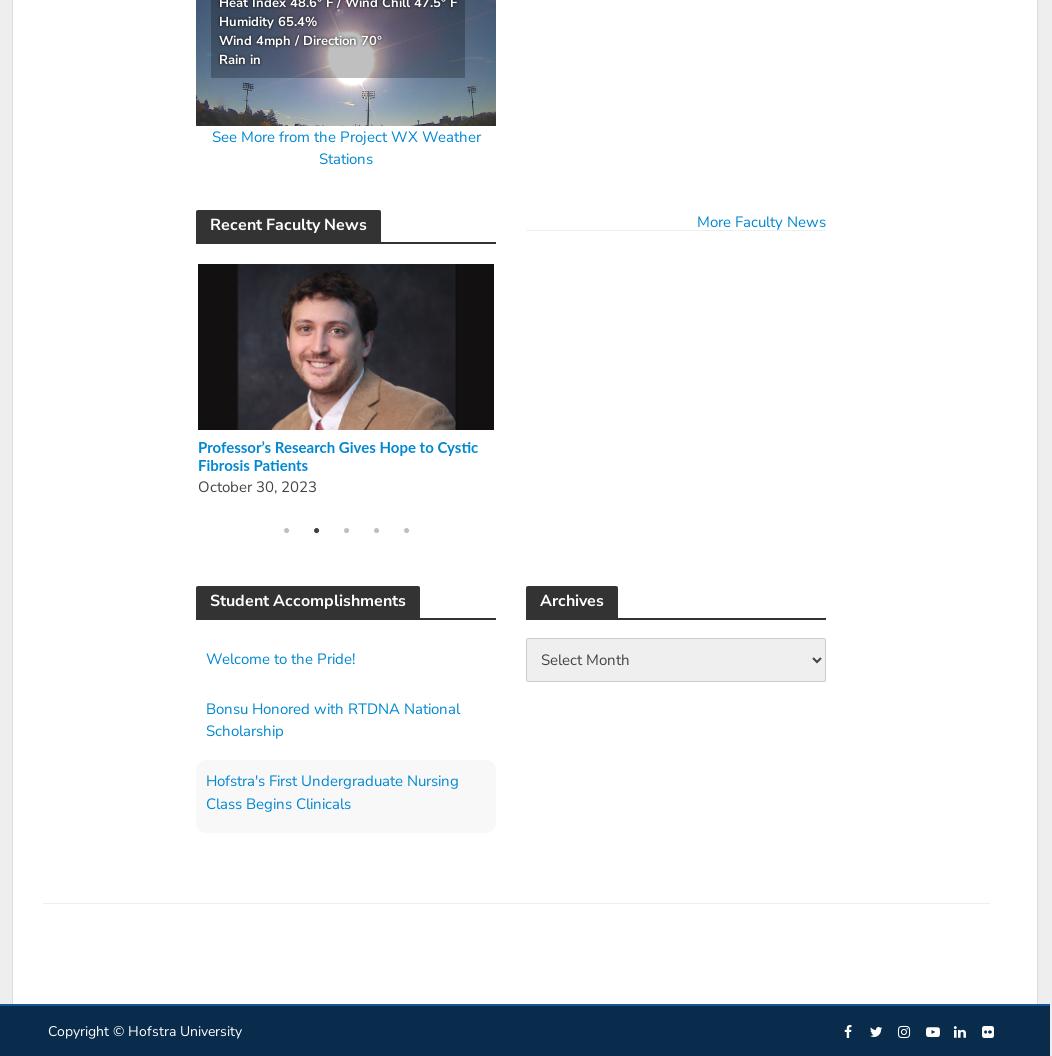 The height and width of the screenshot is (1056, 1052). Describe the element at coordinates (554, 467) in the screenshot. I see `'October 24, 2023'` at that location.